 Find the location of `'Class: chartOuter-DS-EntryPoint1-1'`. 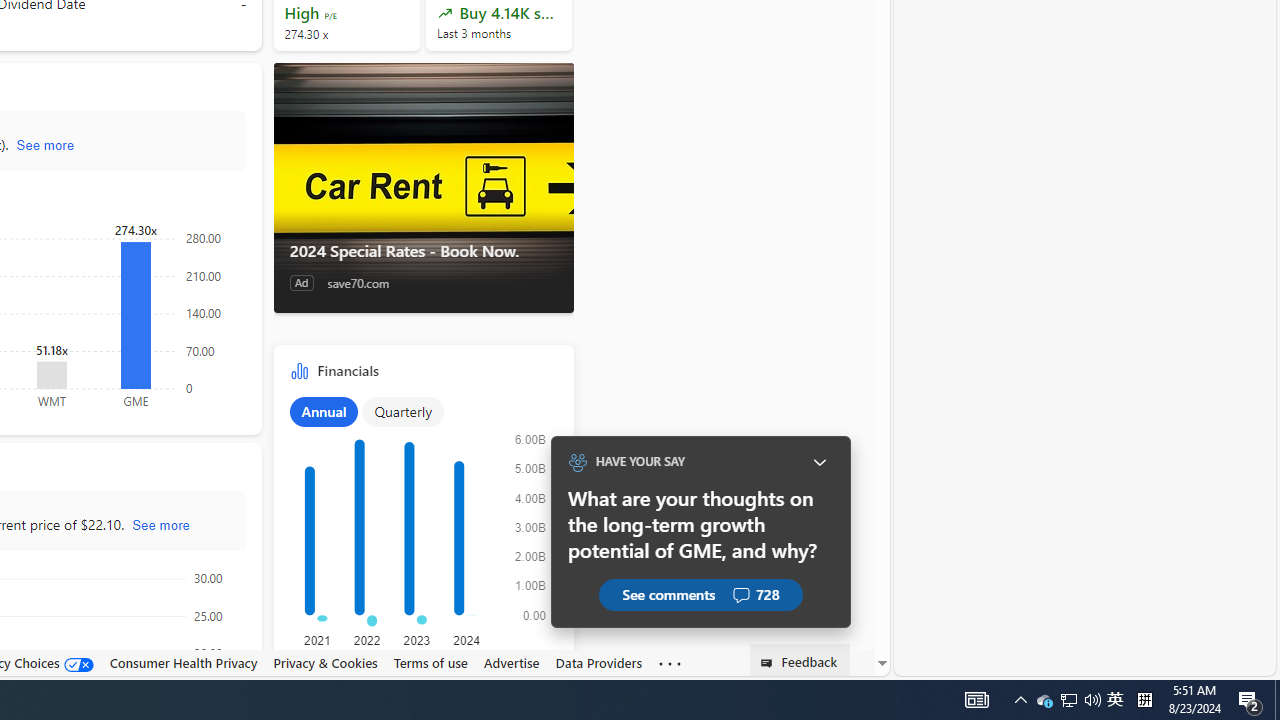

'Class: chartOuter-DS-EntryPoint1-1' is located at coordinates (418, 532).